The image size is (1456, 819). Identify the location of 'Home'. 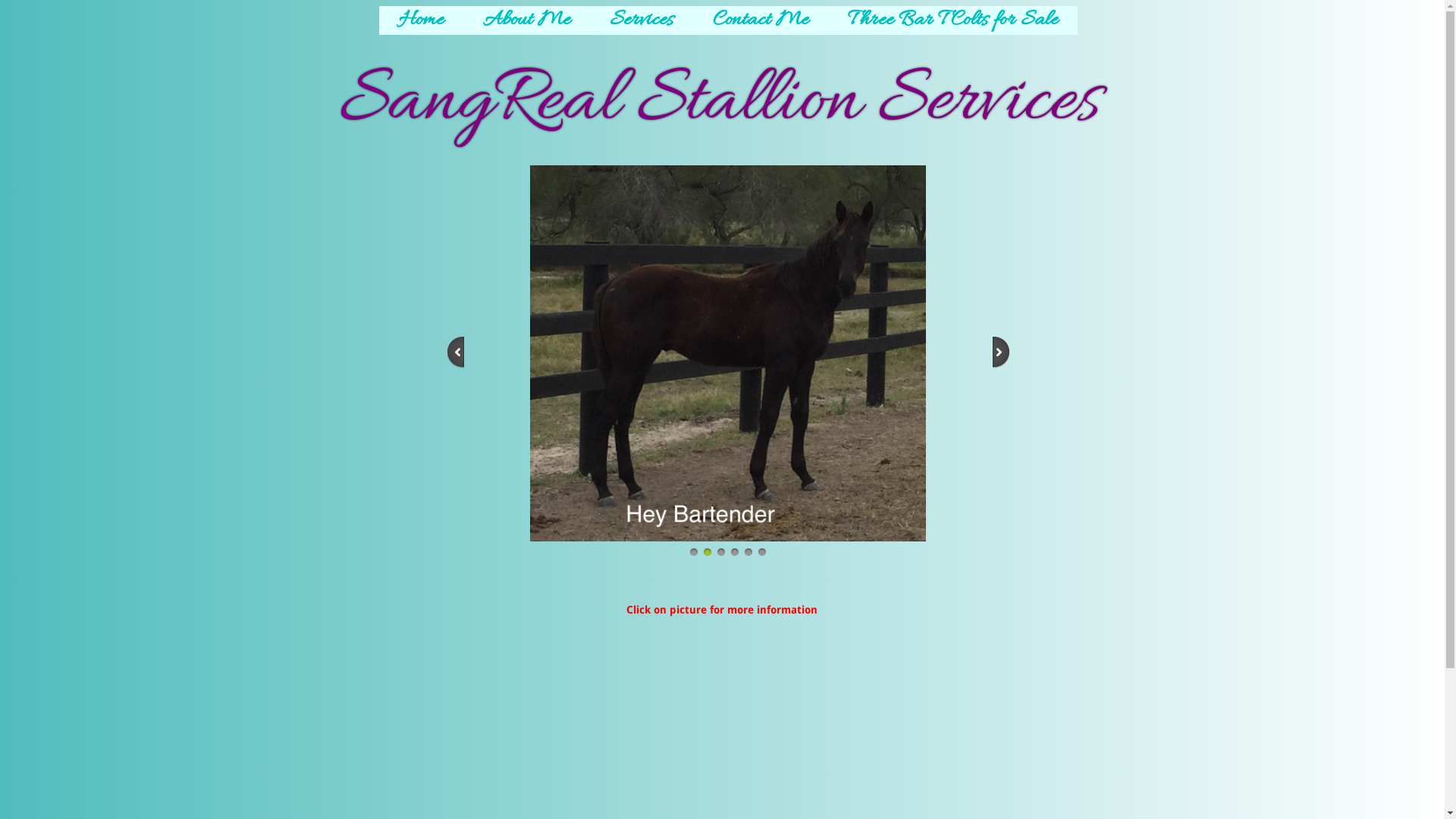
(421, 20).